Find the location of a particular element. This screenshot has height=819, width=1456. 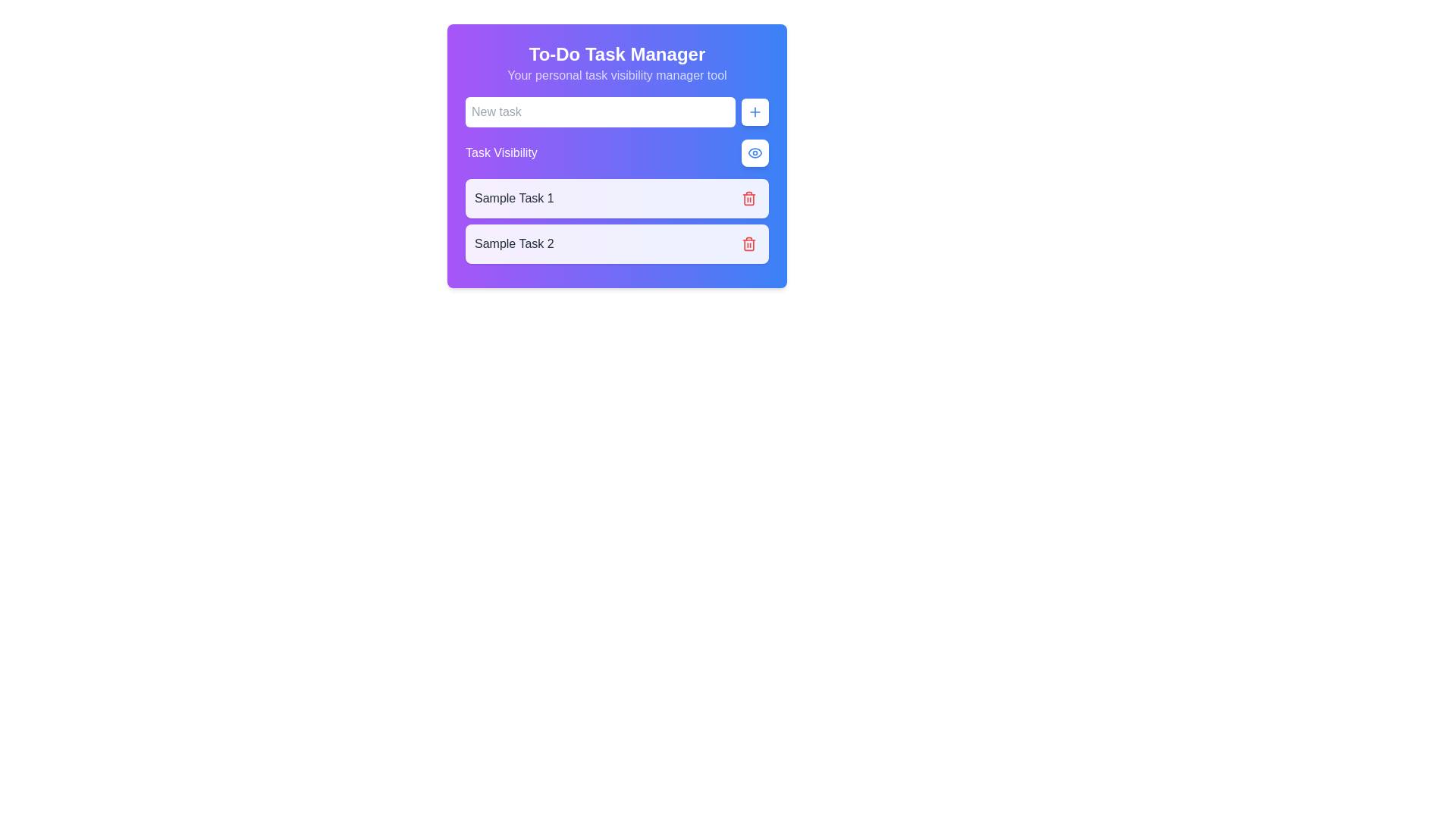

the deletion button for 'Sample Task 1' is located at coordinates (749, 198).